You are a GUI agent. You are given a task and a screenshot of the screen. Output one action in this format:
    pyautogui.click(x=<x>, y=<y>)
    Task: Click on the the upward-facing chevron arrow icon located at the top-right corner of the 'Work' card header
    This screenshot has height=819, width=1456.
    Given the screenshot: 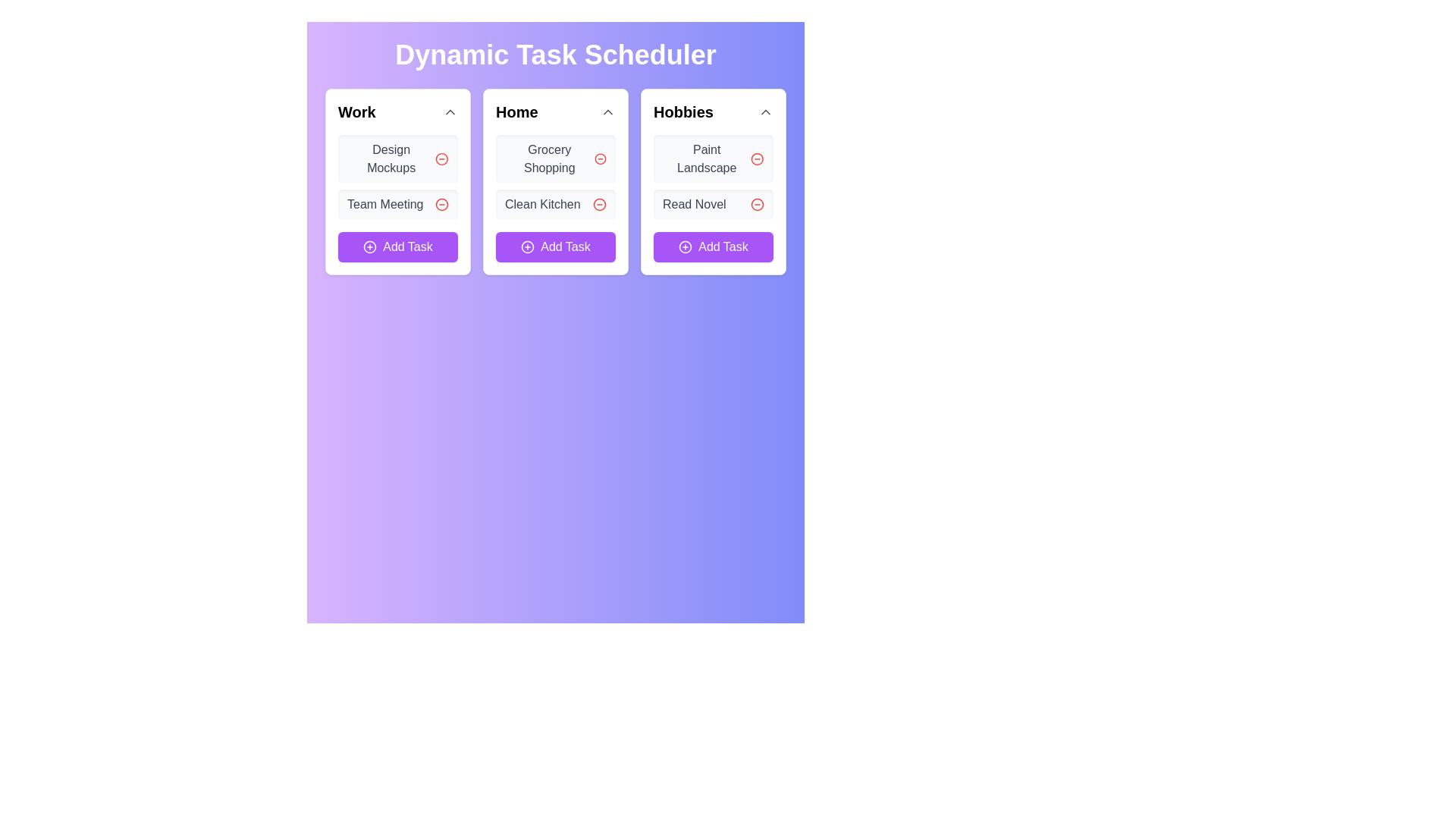 What is the action you would take?
    pyautogui.click(x=450, y=111)
    